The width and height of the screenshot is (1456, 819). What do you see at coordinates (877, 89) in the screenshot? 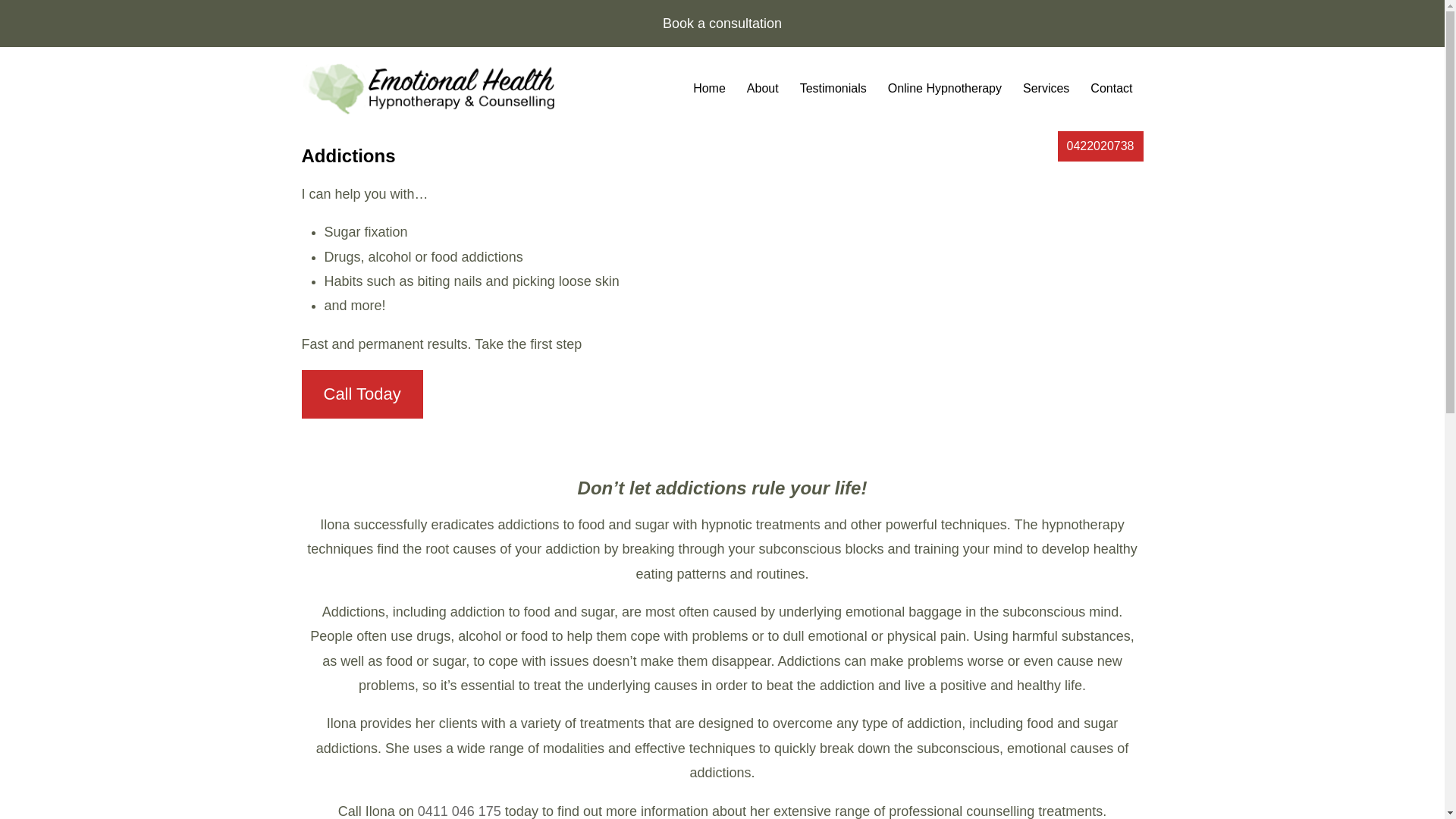
I see `'Online Hypnotherapy'` at bounding box center [877, 89].